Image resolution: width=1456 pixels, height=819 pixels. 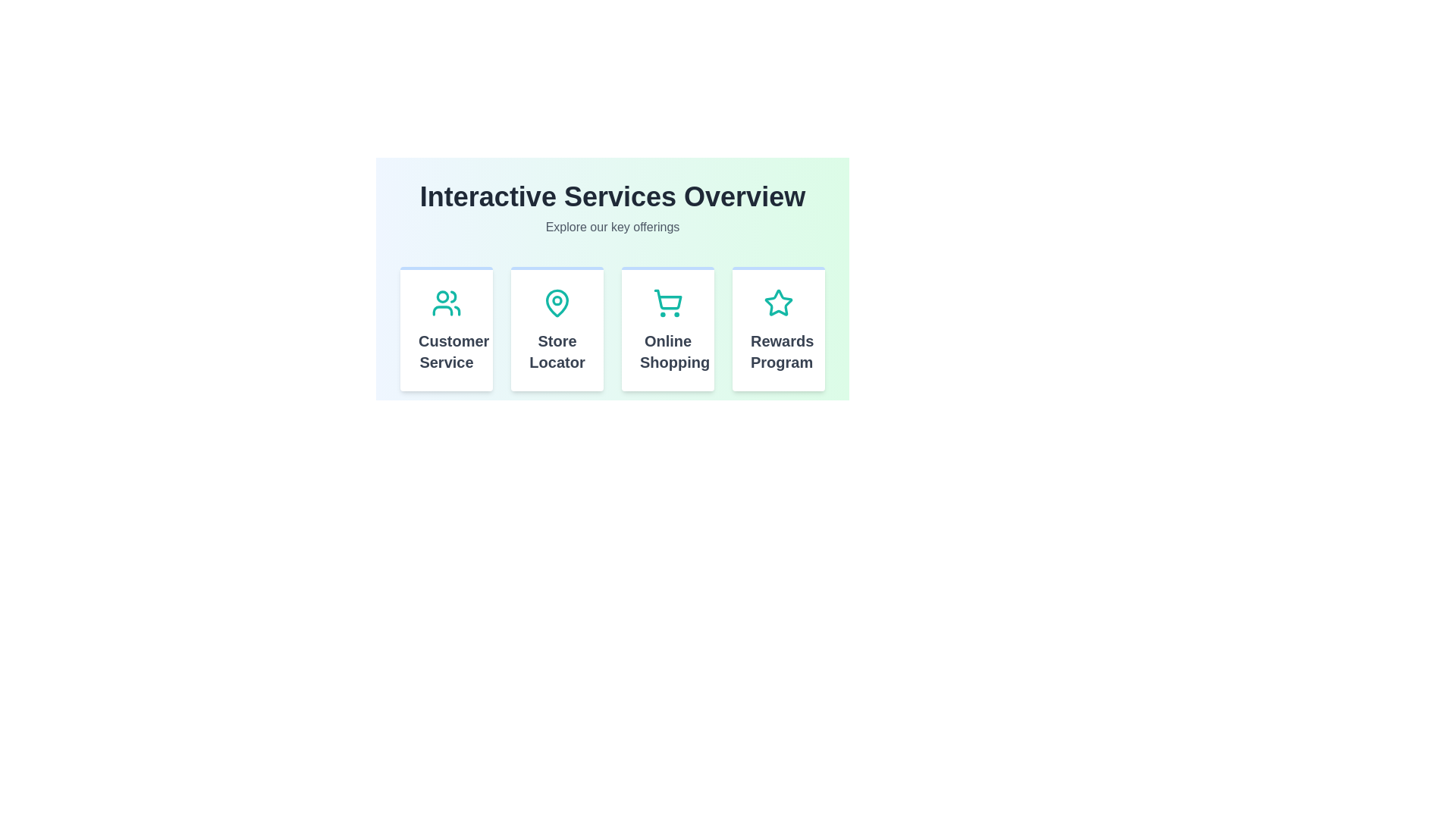 What do you see at coordinates (779, 303) in the screenshot?
I see `the star icon located at the center of the rightmost card under the 'Interactive Services Overview' title` at bounding box center [779, 303].